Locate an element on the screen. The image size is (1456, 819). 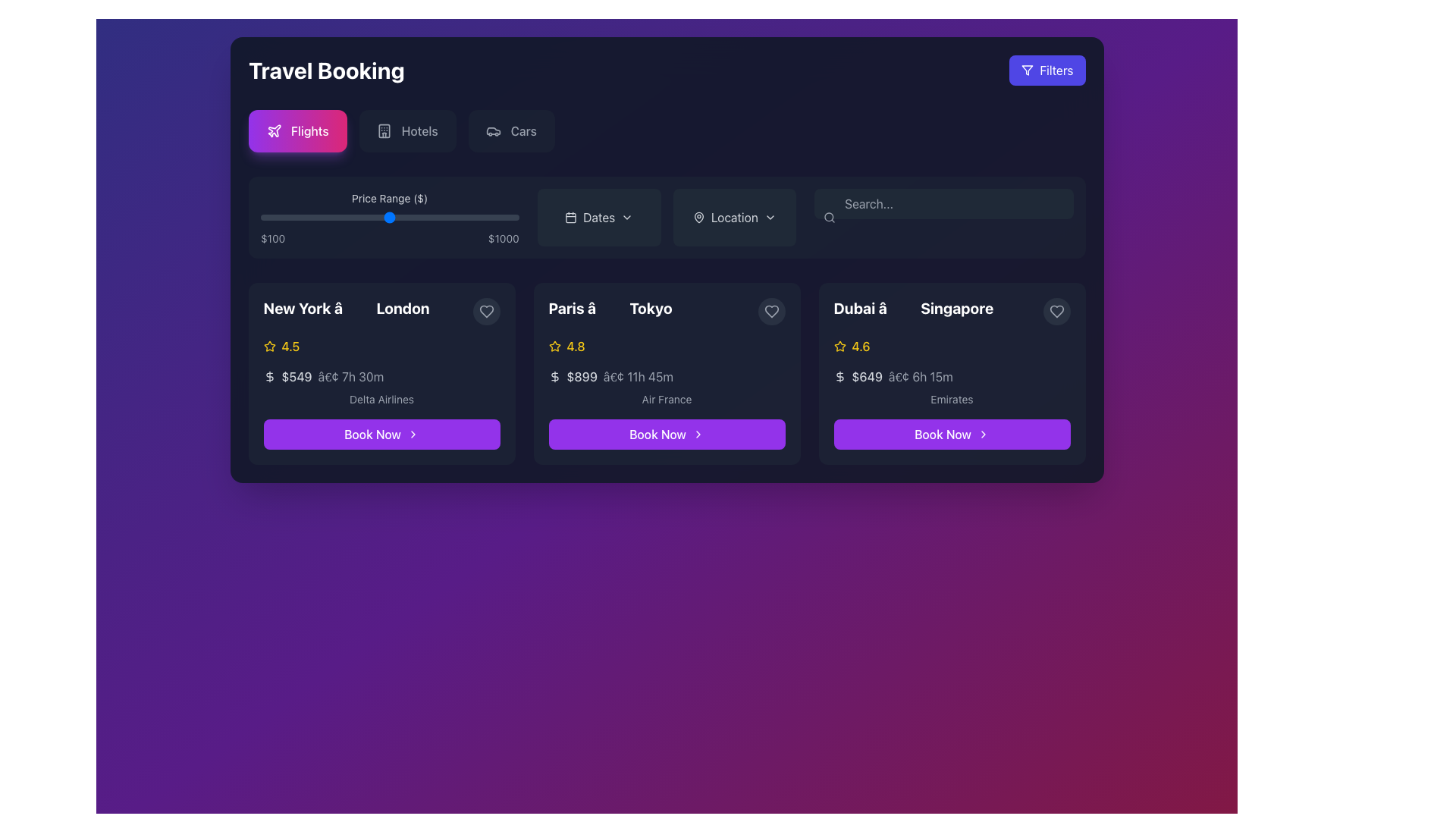
the 'Book Now' text label inside the purple button for the route from Dubai is located at coordinates (942, 435).